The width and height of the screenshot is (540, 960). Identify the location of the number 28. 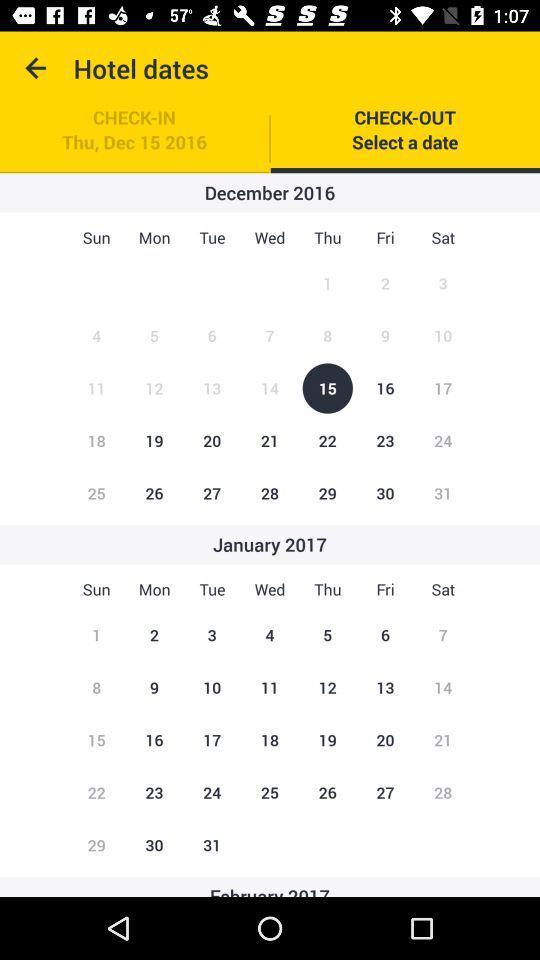
(270, 492).